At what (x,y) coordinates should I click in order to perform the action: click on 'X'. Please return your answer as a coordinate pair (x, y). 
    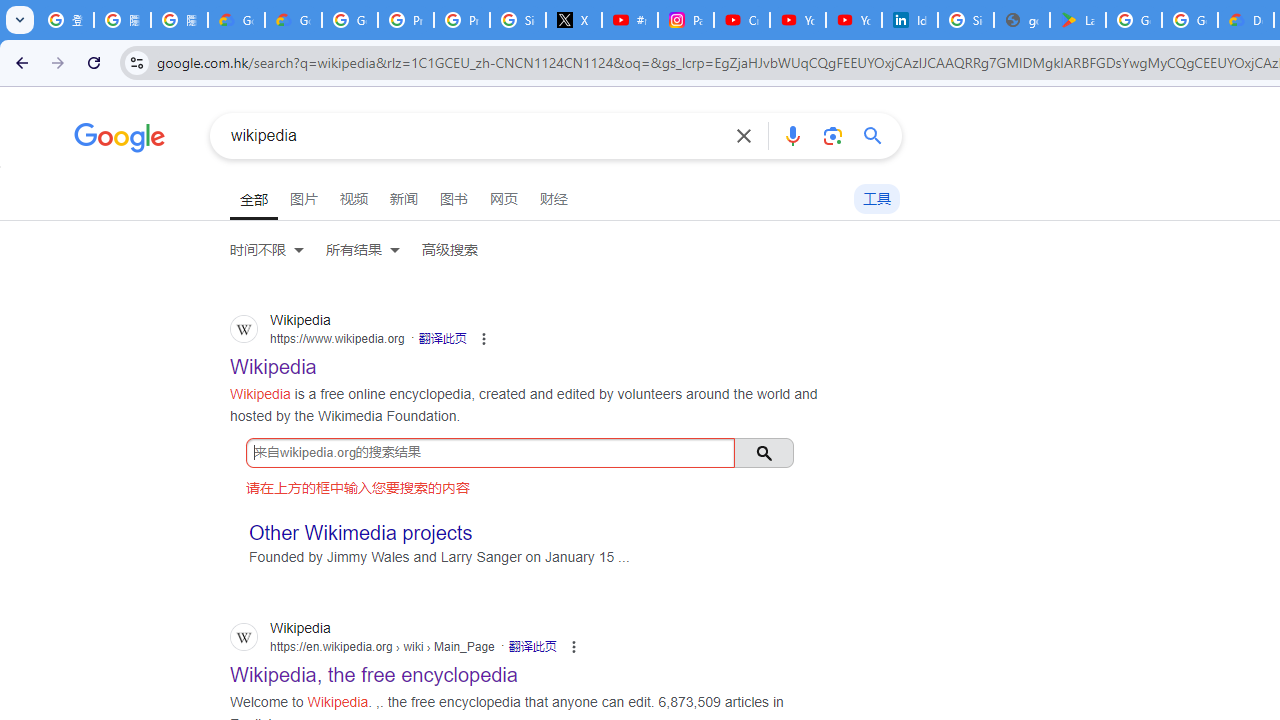
    Looking at the image, I should click on (573, 20).